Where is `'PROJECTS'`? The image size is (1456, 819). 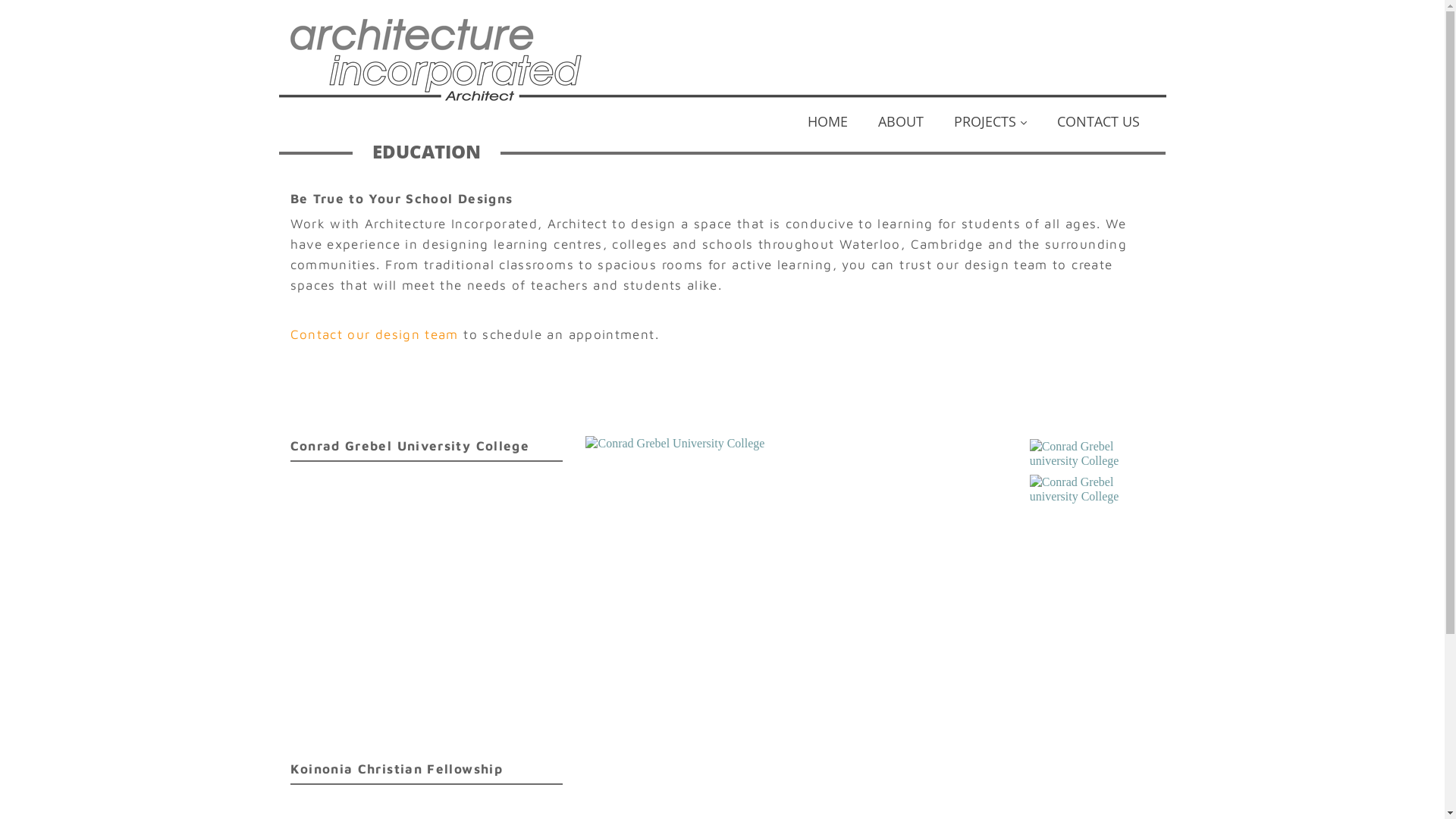 'PROJECTS' is located at coordinates (938, 124).